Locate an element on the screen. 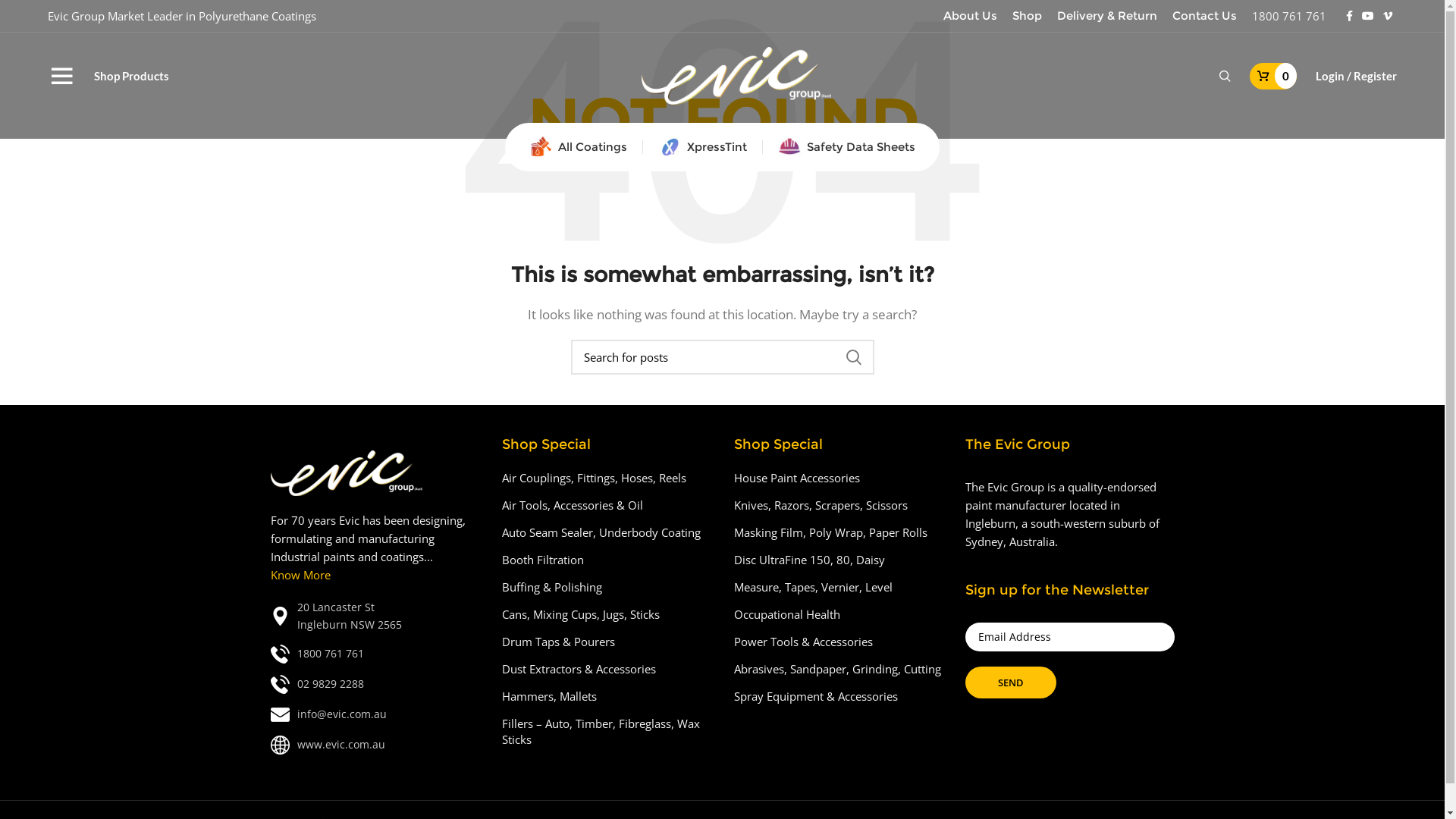 Image resolution: width=1456 pixels, height=819 pixels. 'Spray Equipment & Accessories' is located at coordinates (815, 696).